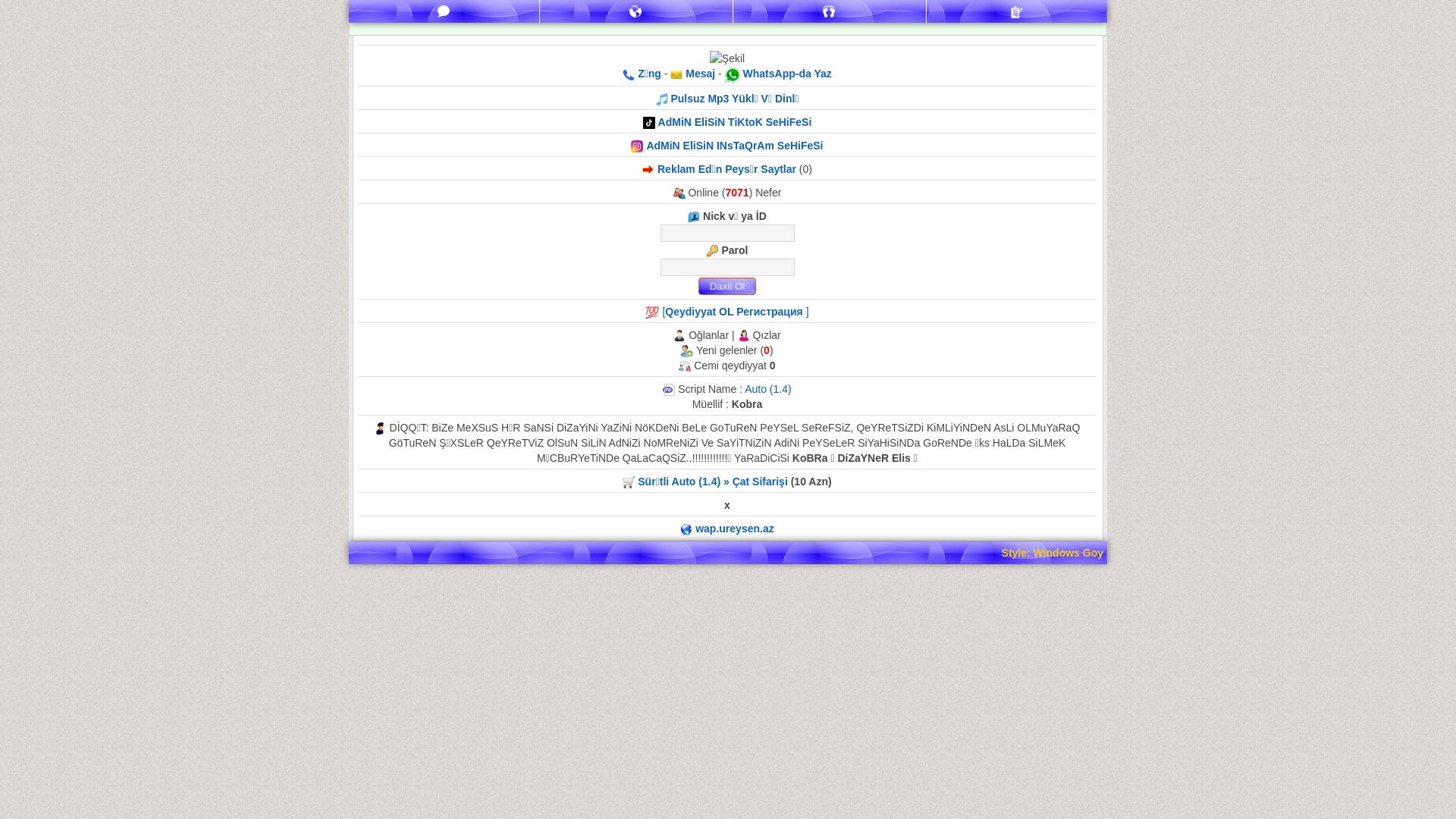  I want to click on 'Auto (1.4)', so click(767, 388).